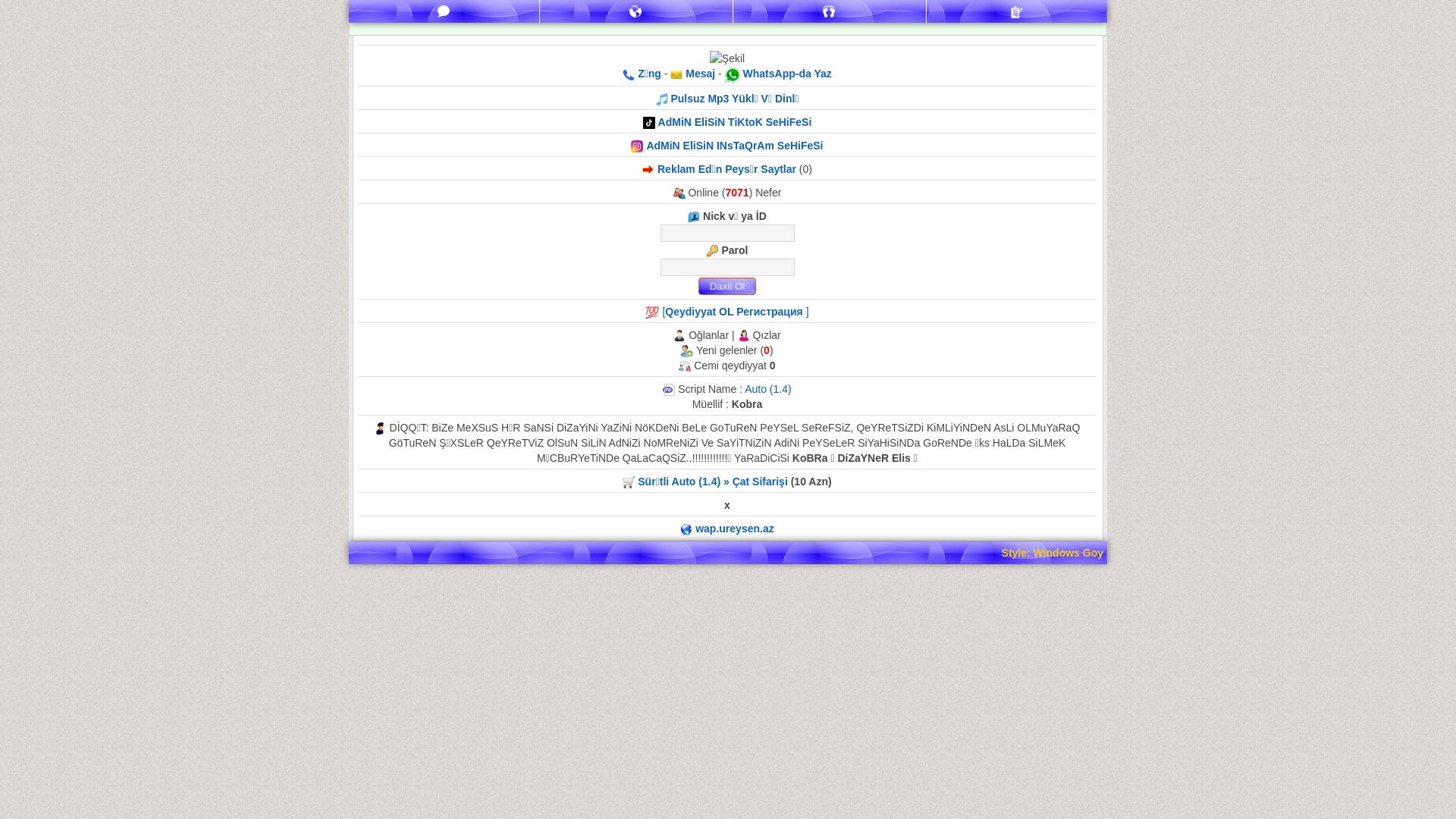  I want to click on 'Auto (1.4)', so click(767, 388).